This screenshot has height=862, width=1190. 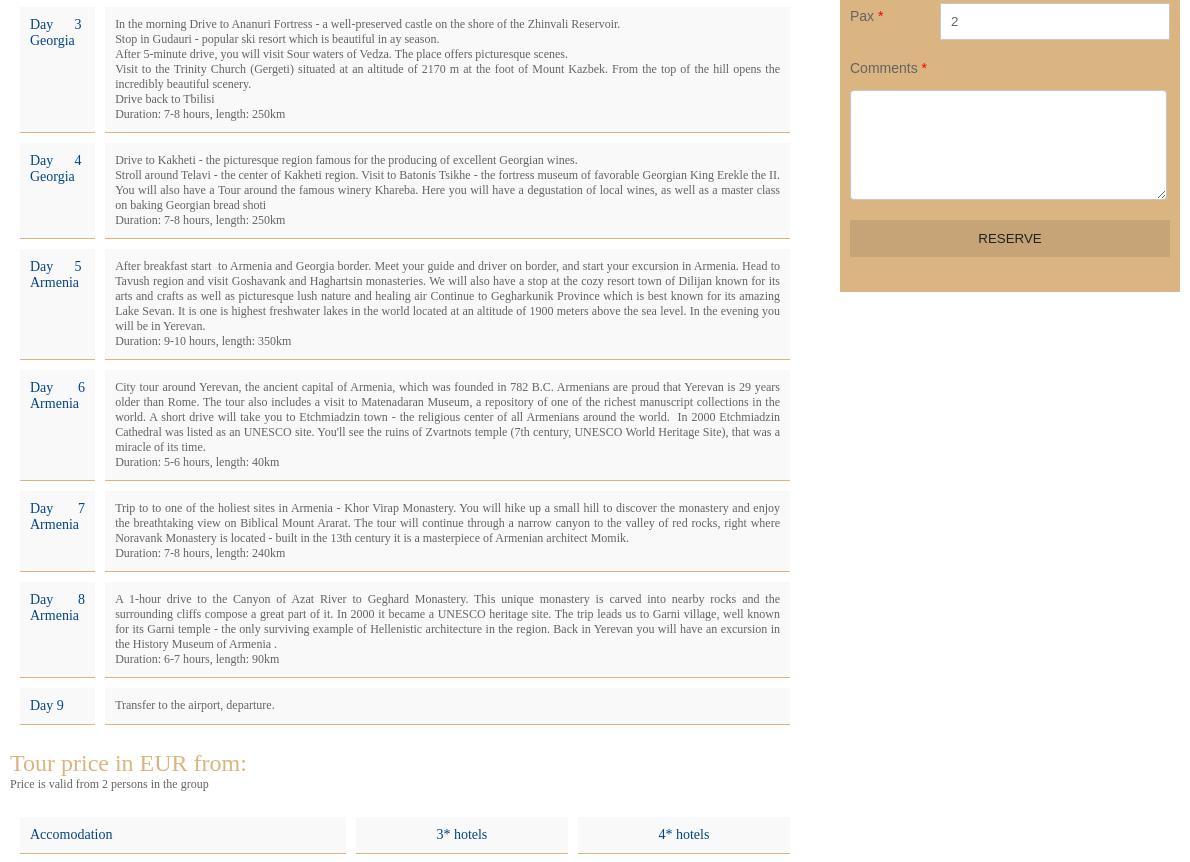 I want to click on '4* hotels', so click(x=682, y=833).